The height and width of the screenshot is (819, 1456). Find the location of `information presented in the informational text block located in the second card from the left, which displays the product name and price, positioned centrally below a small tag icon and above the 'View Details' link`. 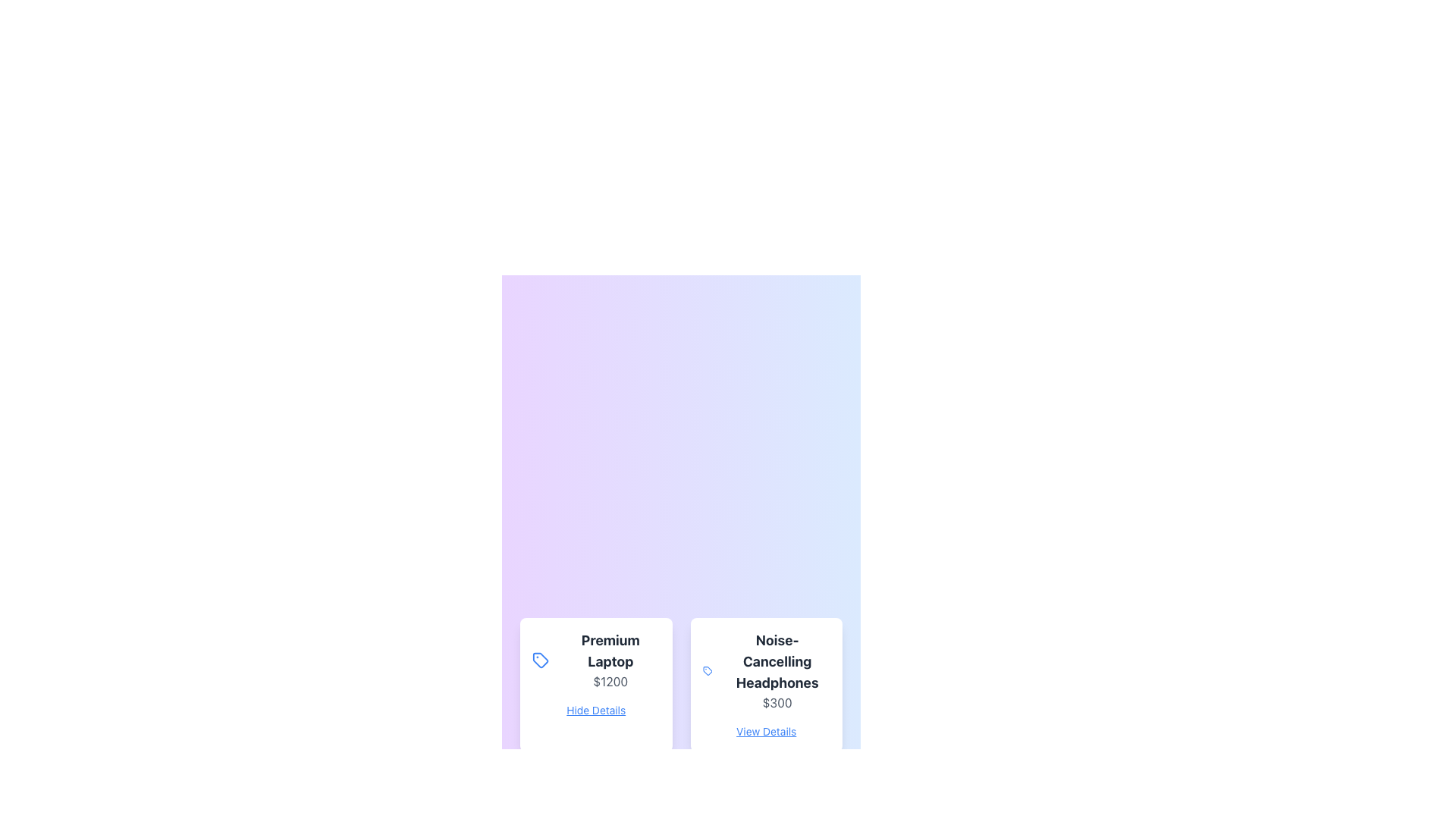

information presented in the informational text block located in the second card from the left, which displays the product name and price, positioned centrally below a small tag icon and above the 'View Details' link is located at coordinates (777, 670).